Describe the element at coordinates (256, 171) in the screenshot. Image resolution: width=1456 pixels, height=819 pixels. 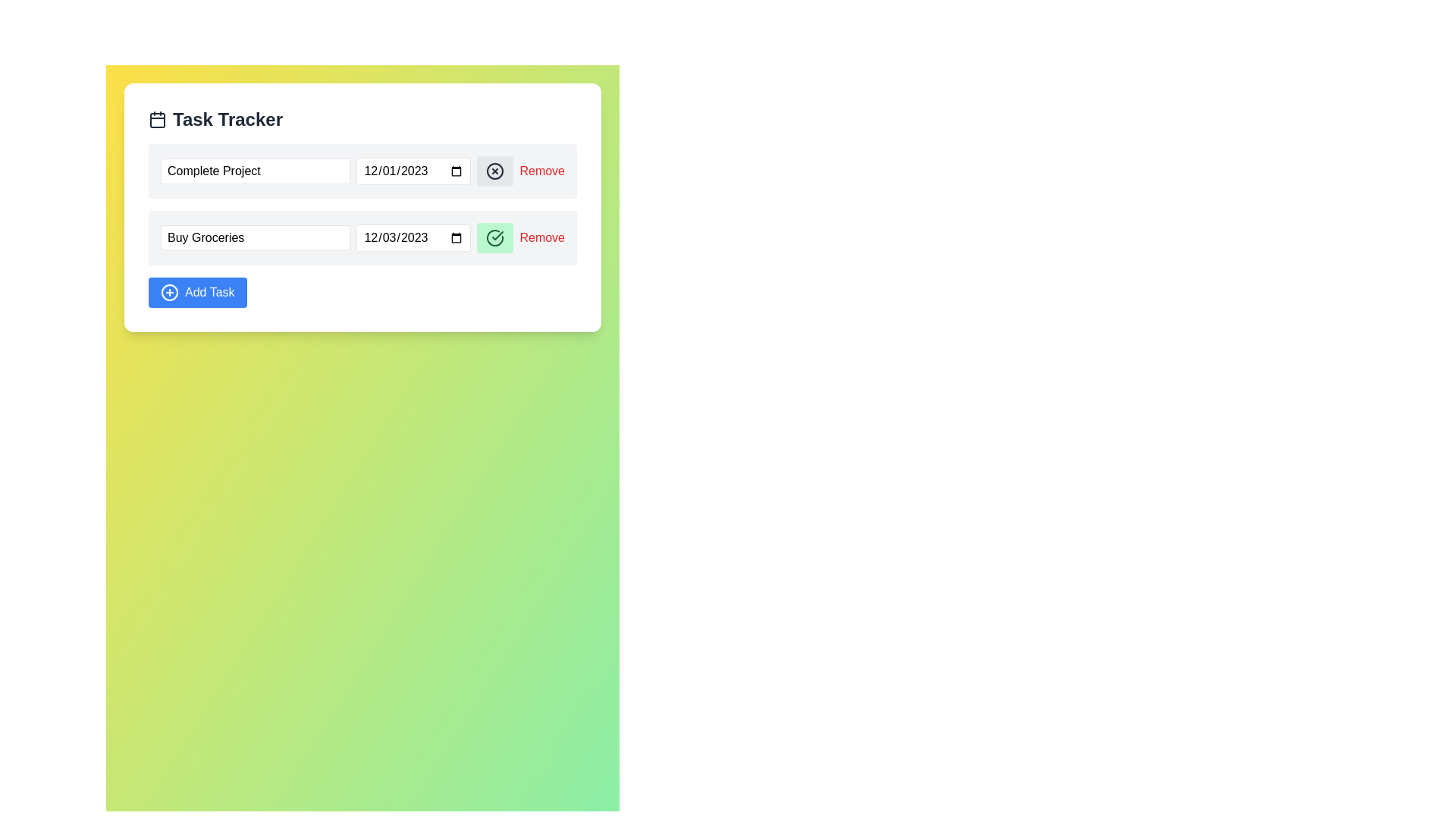
I see `the text input field labeled 'Task Name' which currently contains the value 'Complete Project'` at that location.